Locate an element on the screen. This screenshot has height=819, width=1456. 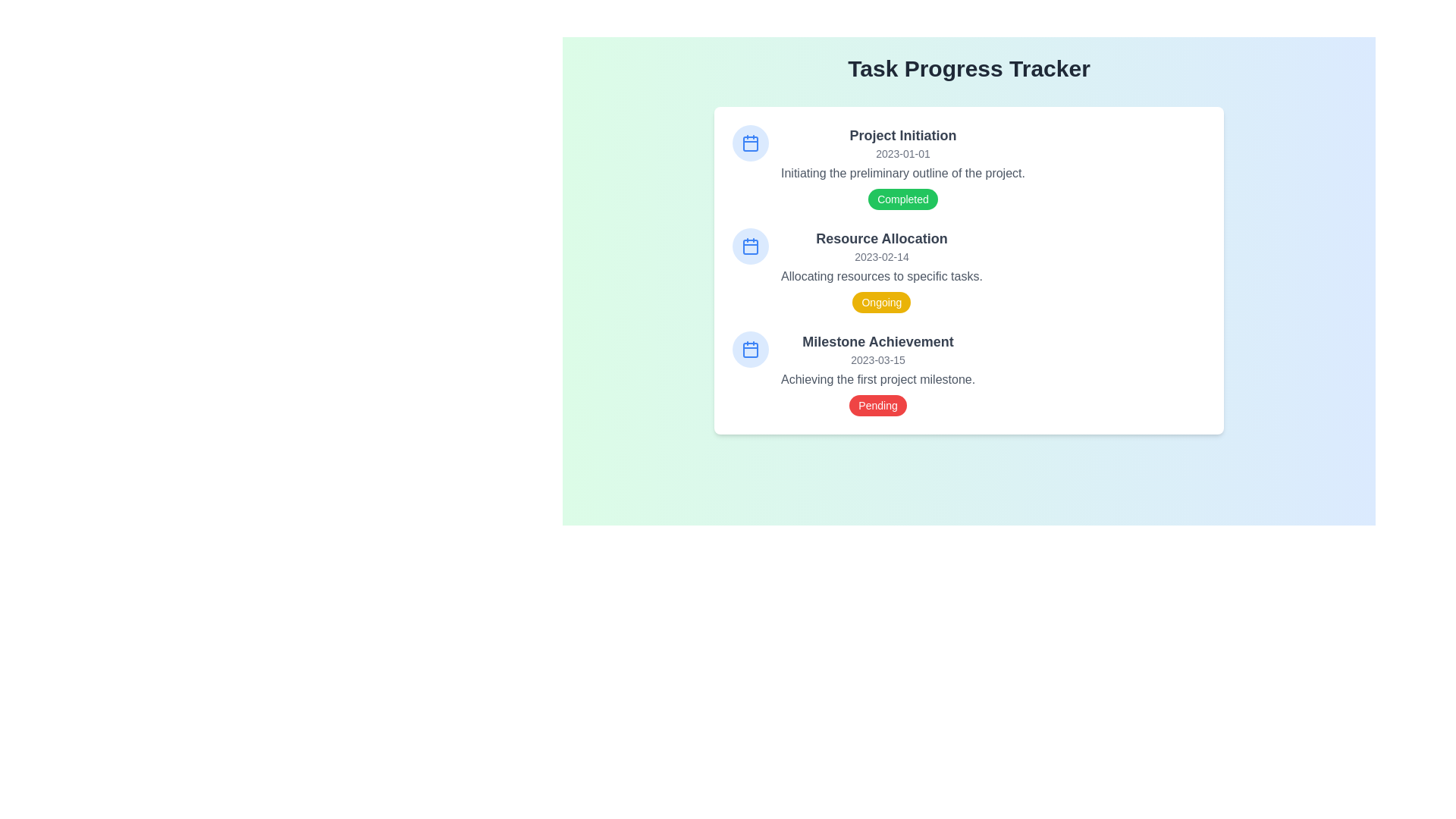
milestone information displayed on the third task card in the Task Progress Tracker, which includes the title, date, description, and current status is located at coordinates (968, 374).